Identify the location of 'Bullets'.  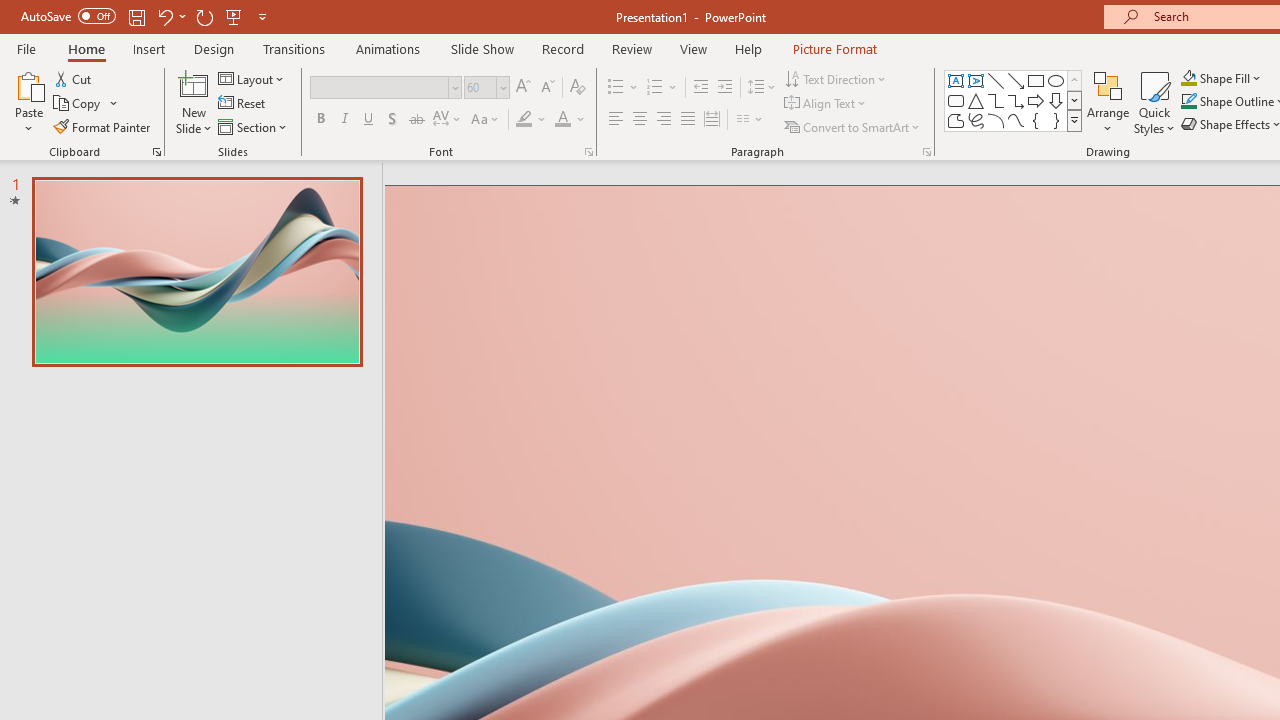
(615, 86).